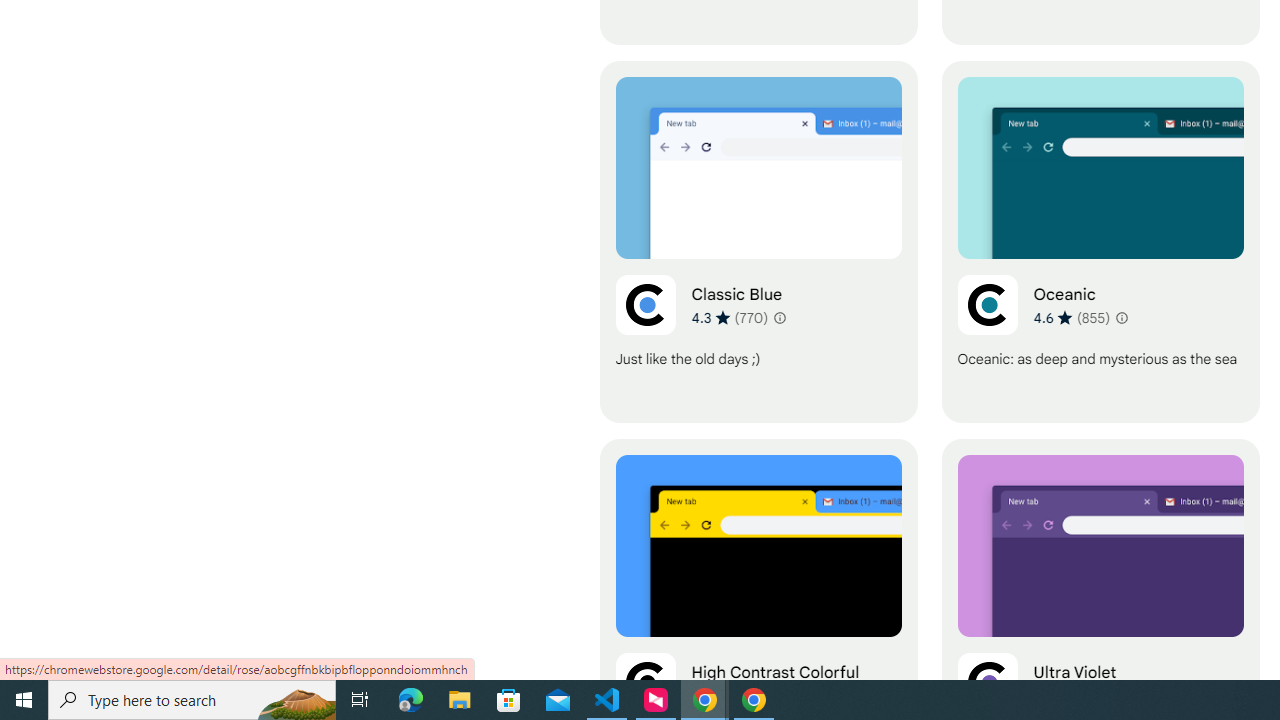  Describe the element at coordinates (1099, 241) in the screenshot. I see `'Oceanic'` at that location.